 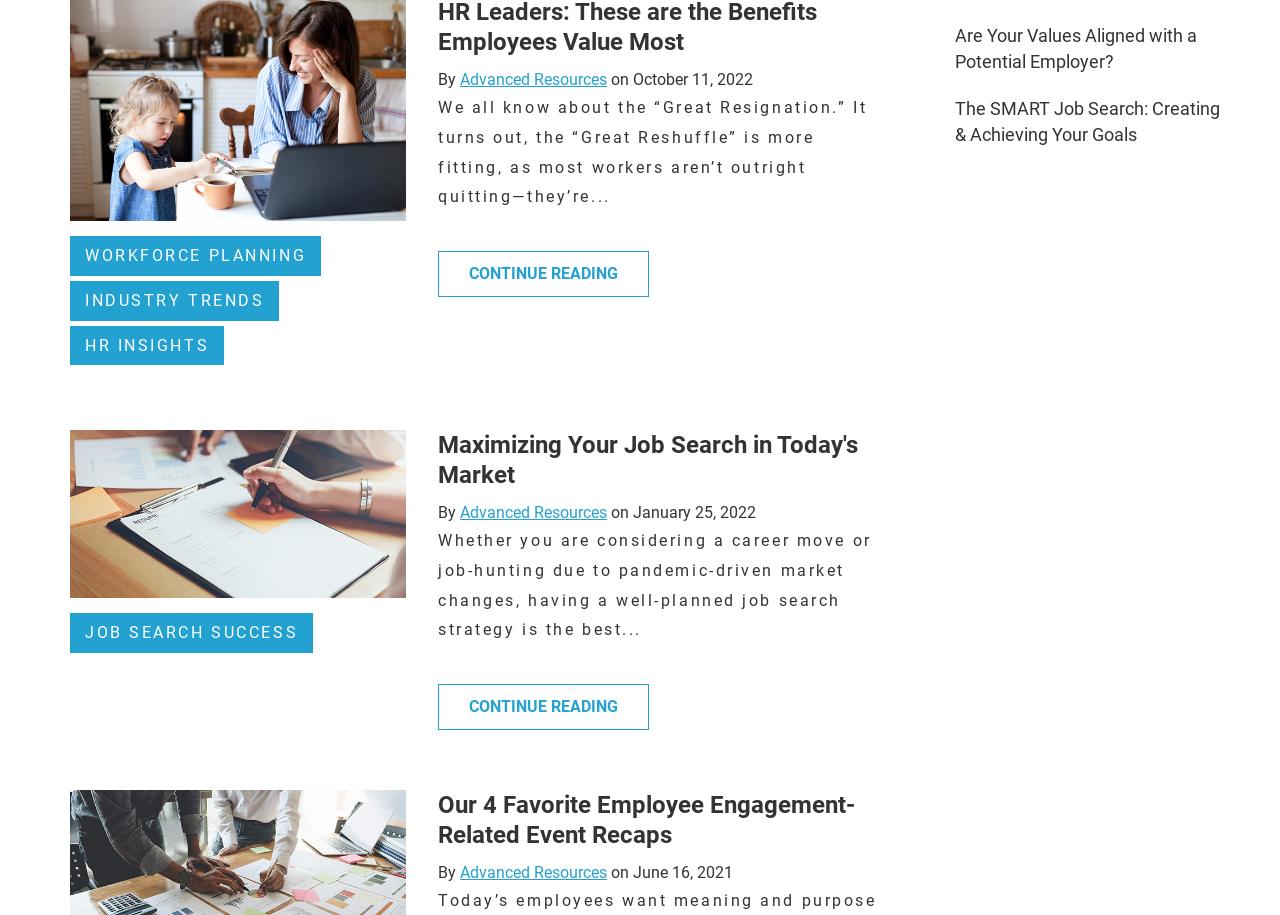 I want to click on 'Our 4 Favorite Employee Engagement-Related Event Recaps', so click(x=435, y=820).